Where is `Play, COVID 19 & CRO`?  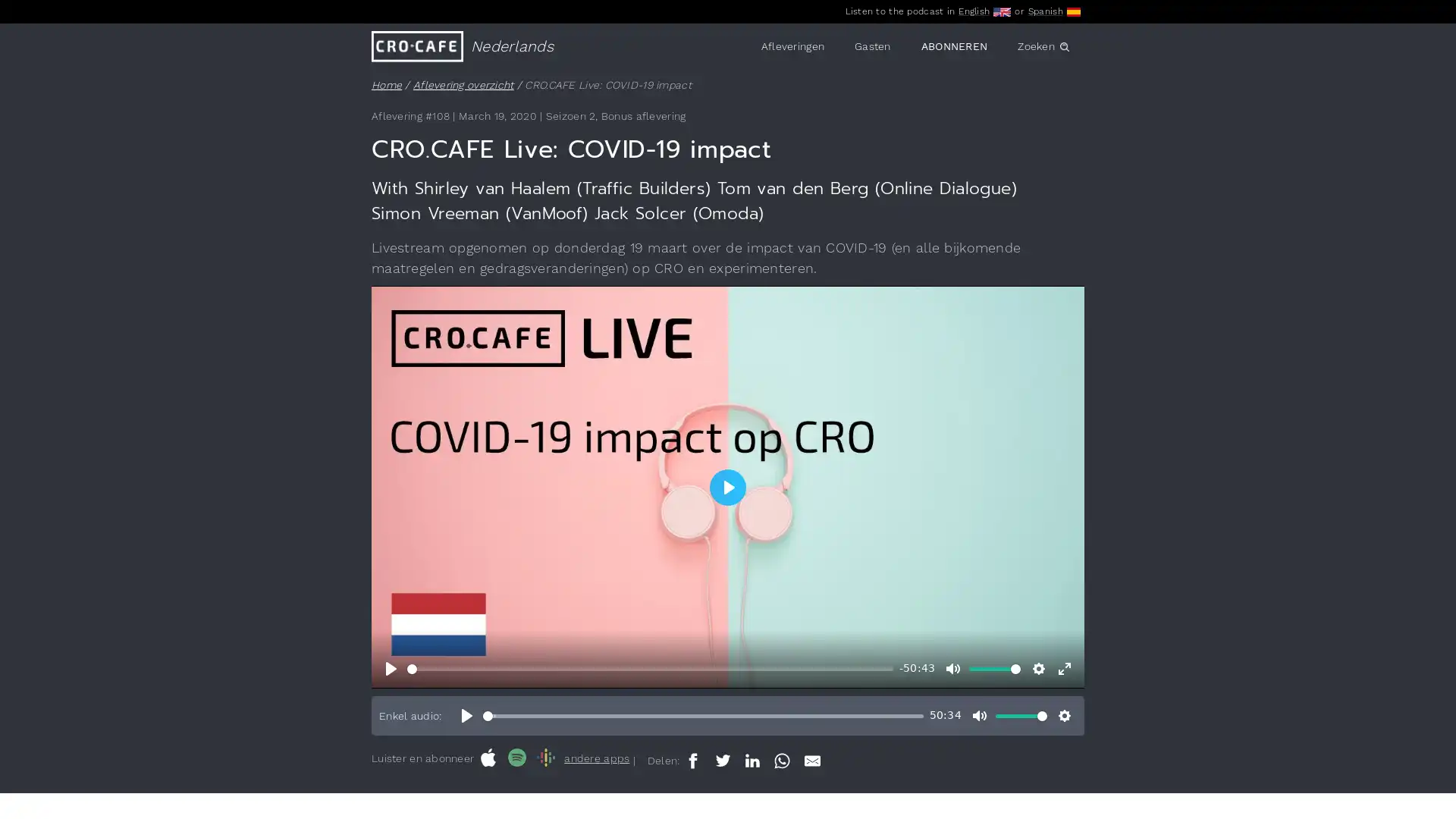 Play, COVID 19 & CRO is located at coordinates (728, 486).